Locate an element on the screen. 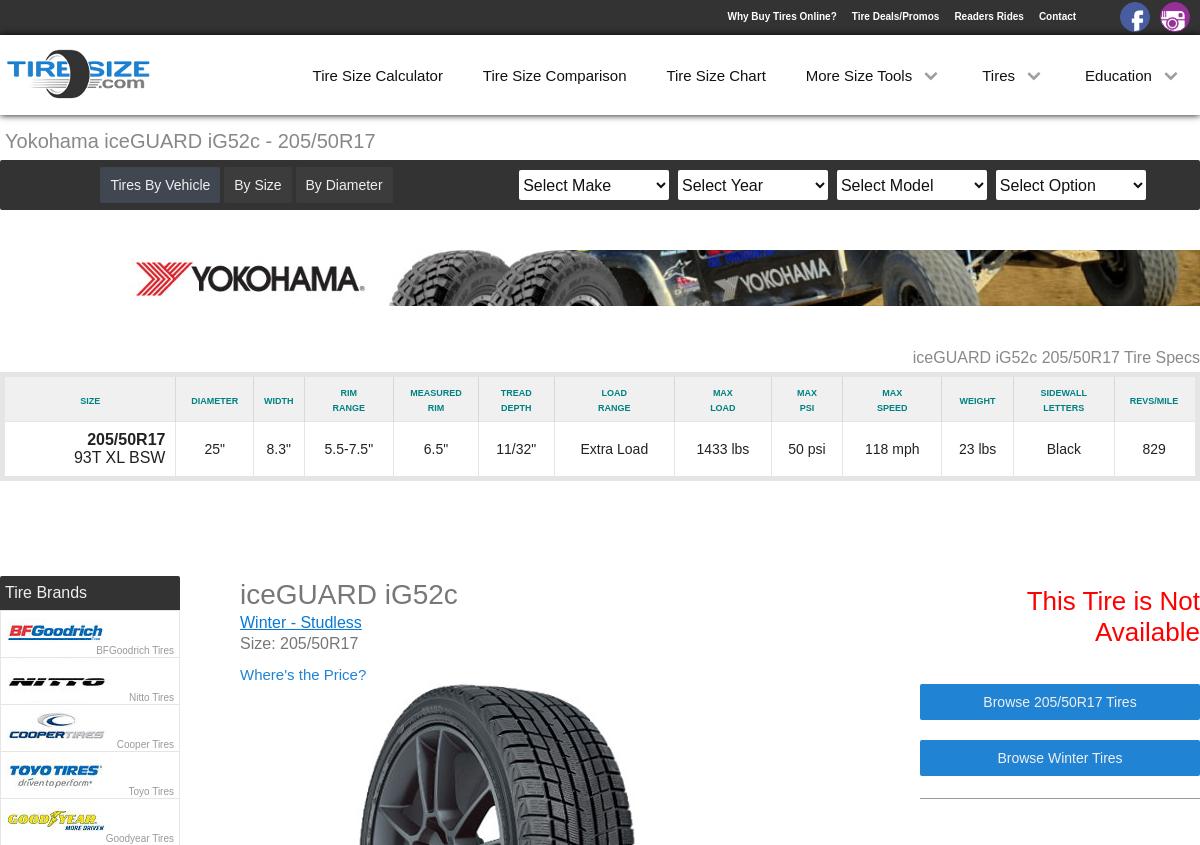  'Tire Size Chart' is located at coordinates (715, 74).